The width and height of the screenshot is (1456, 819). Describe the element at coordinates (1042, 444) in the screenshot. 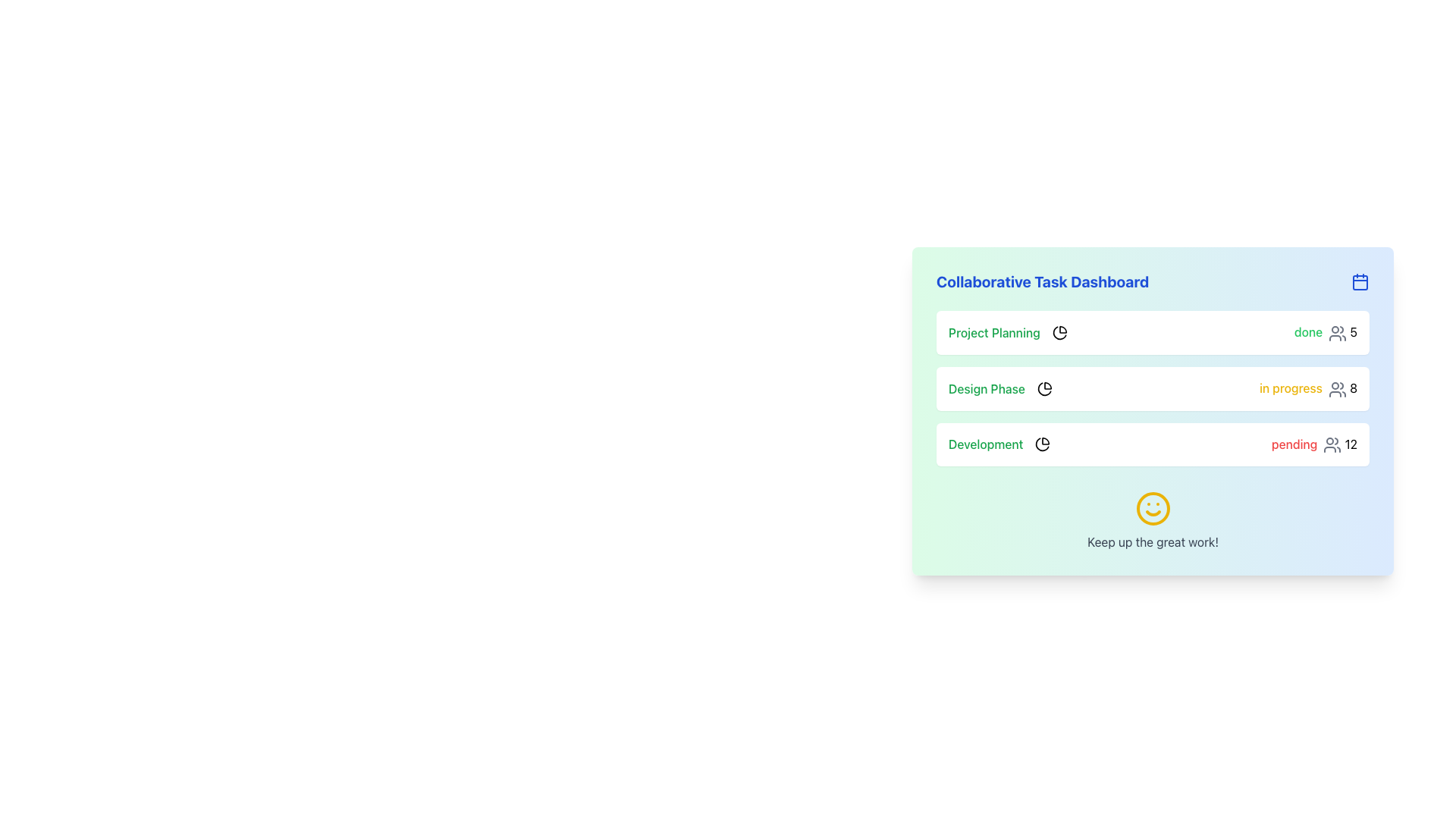

I see `the 'Development' task progress icon located to the right of the 'Development' text in the third row of the task list on the dashboard` at that location.